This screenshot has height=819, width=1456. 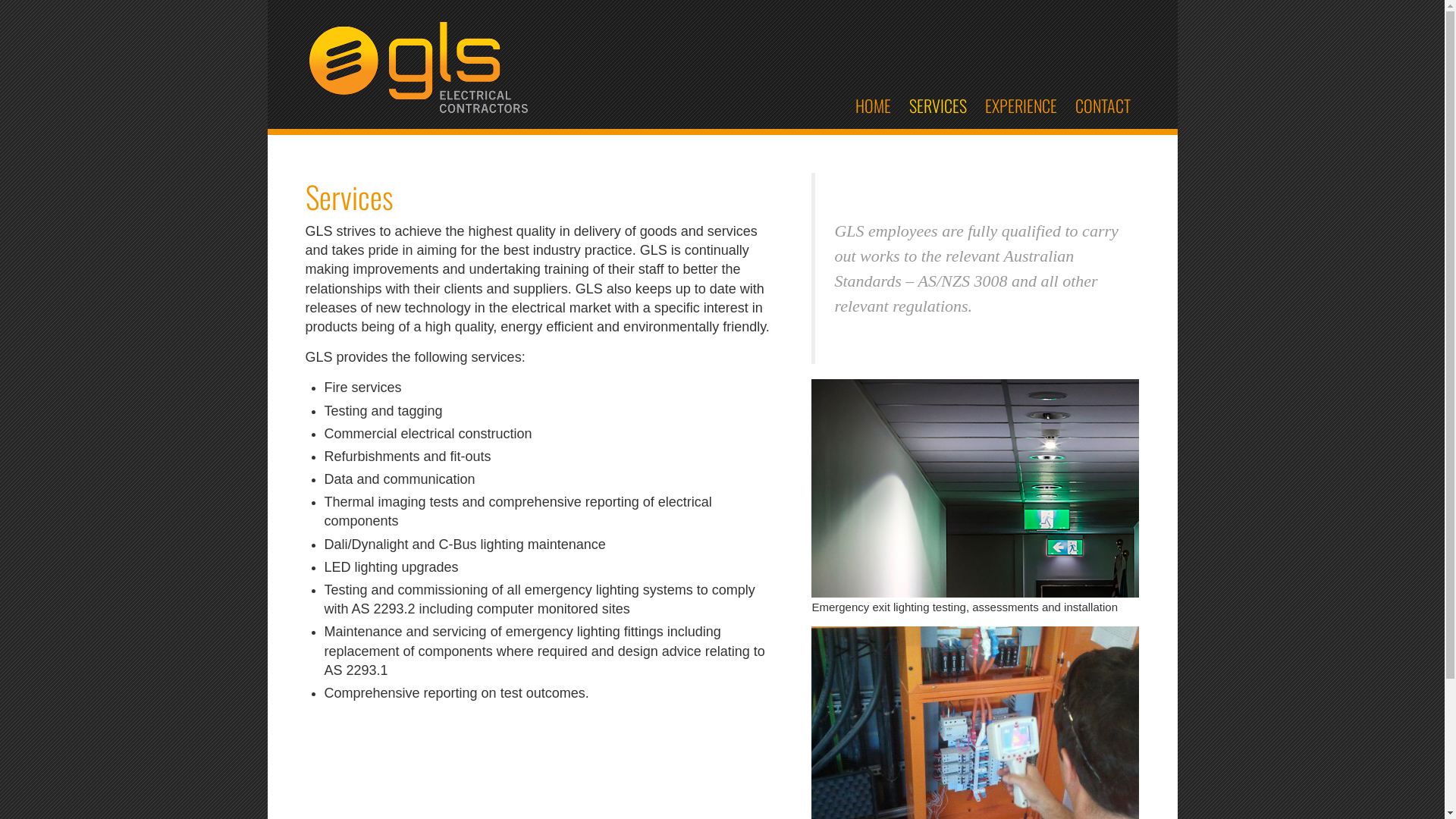 I want to click on 'HOME', so click(x=846, y=104).